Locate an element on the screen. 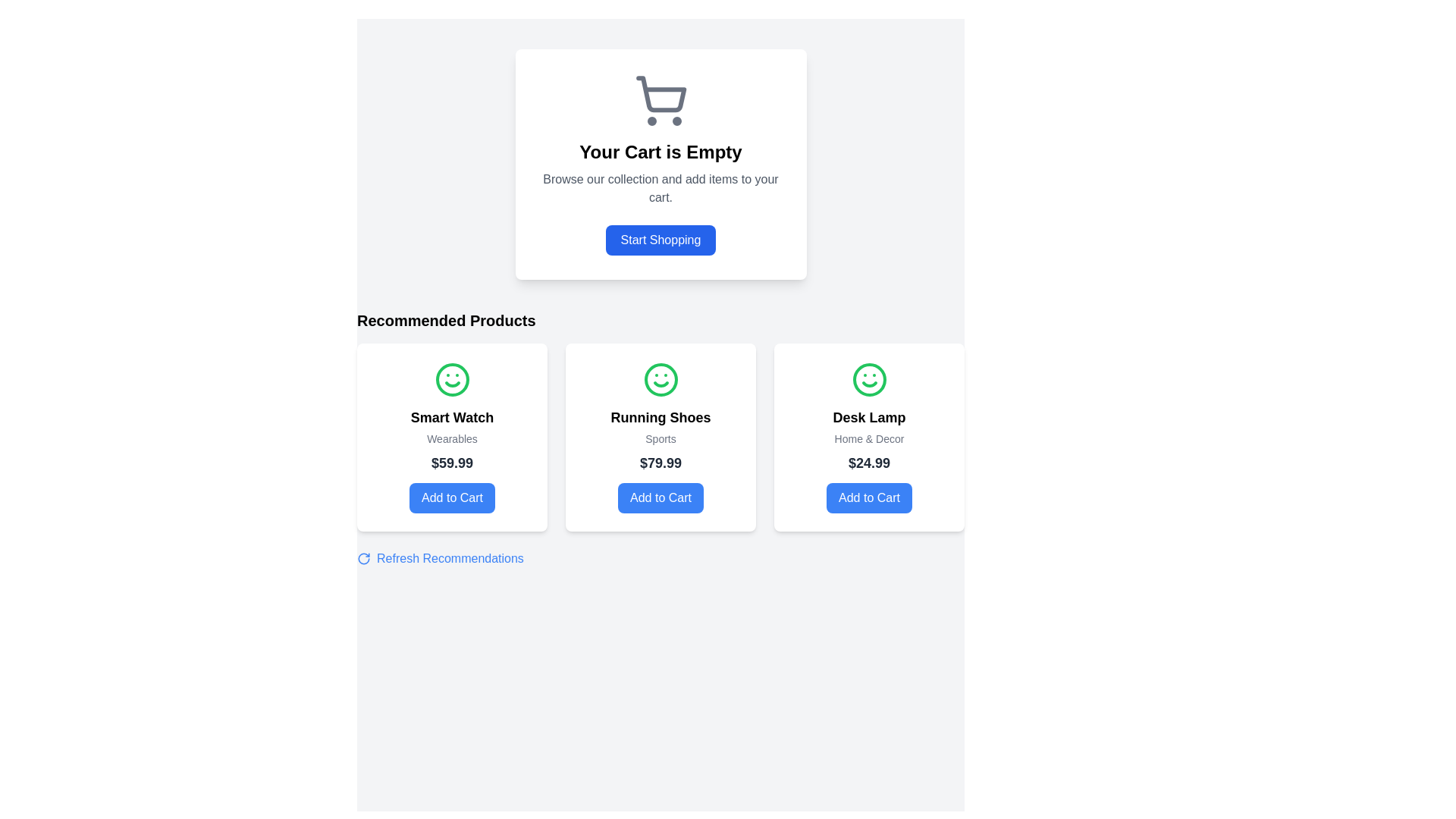 Image resolution: width=1456 pixels, height=819 pixels. the product title text located in the third card of the product recommendations section, which is situated below the smiley face icon and above the 'Home & Decor' category text is located at coordinates (869, 418).